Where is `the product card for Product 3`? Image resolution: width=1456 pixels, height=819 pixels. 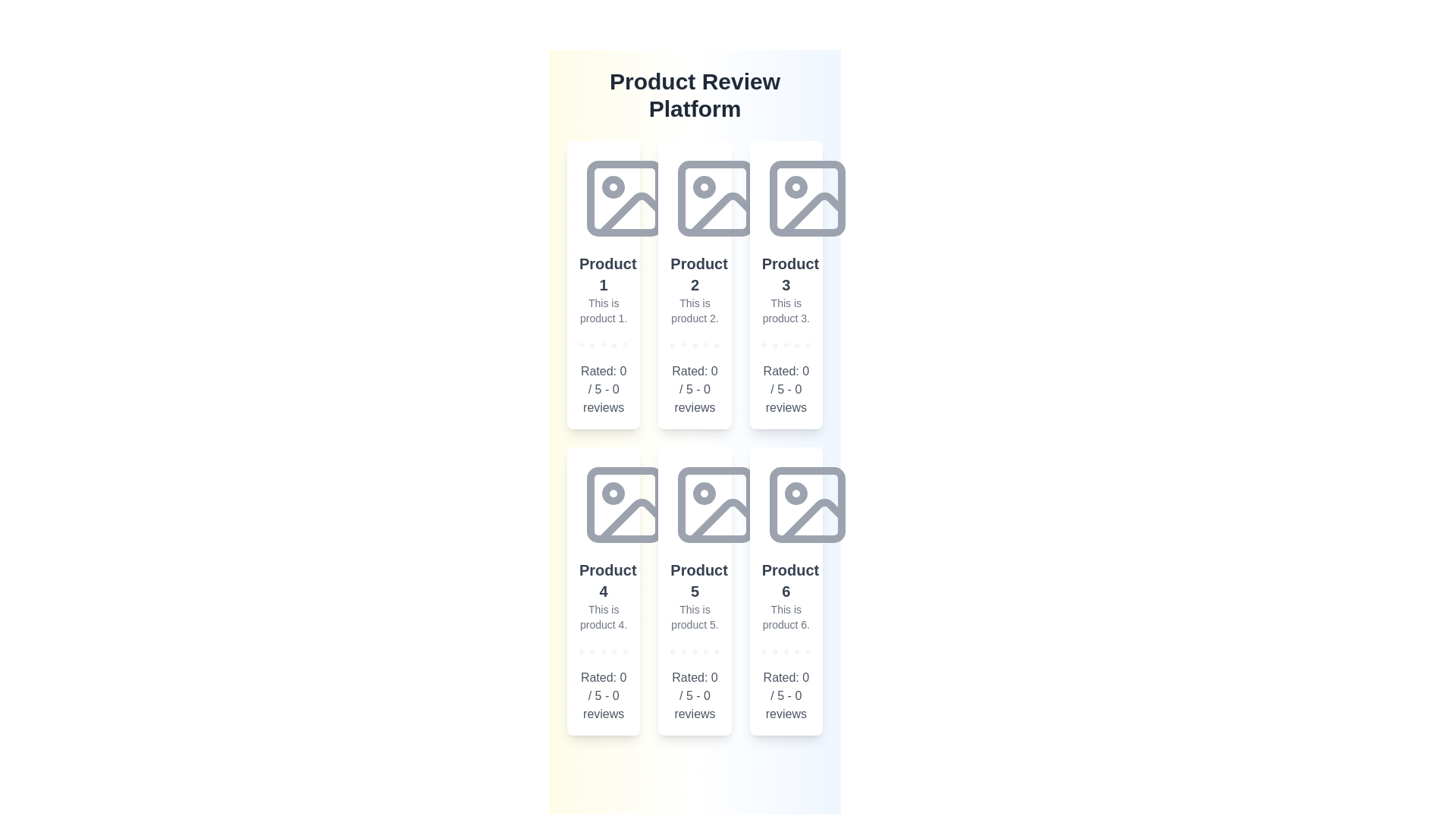 the product card for Product 3 is located at coordinates (786, 284).